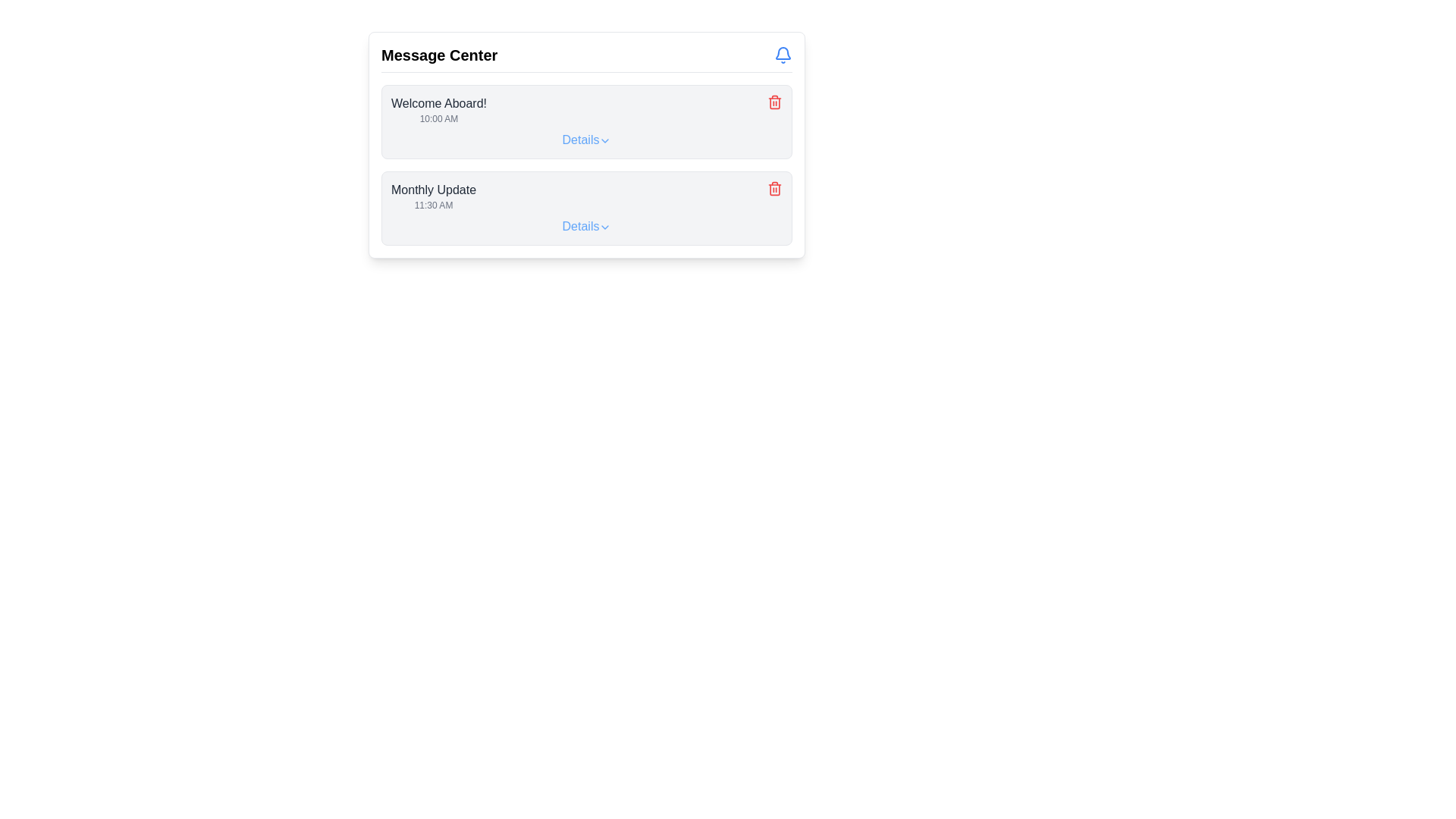  Describe the element at coordinates (585, 109) in the screenshot. I see `the 'Welcome Aboard!' card component located` at that location.